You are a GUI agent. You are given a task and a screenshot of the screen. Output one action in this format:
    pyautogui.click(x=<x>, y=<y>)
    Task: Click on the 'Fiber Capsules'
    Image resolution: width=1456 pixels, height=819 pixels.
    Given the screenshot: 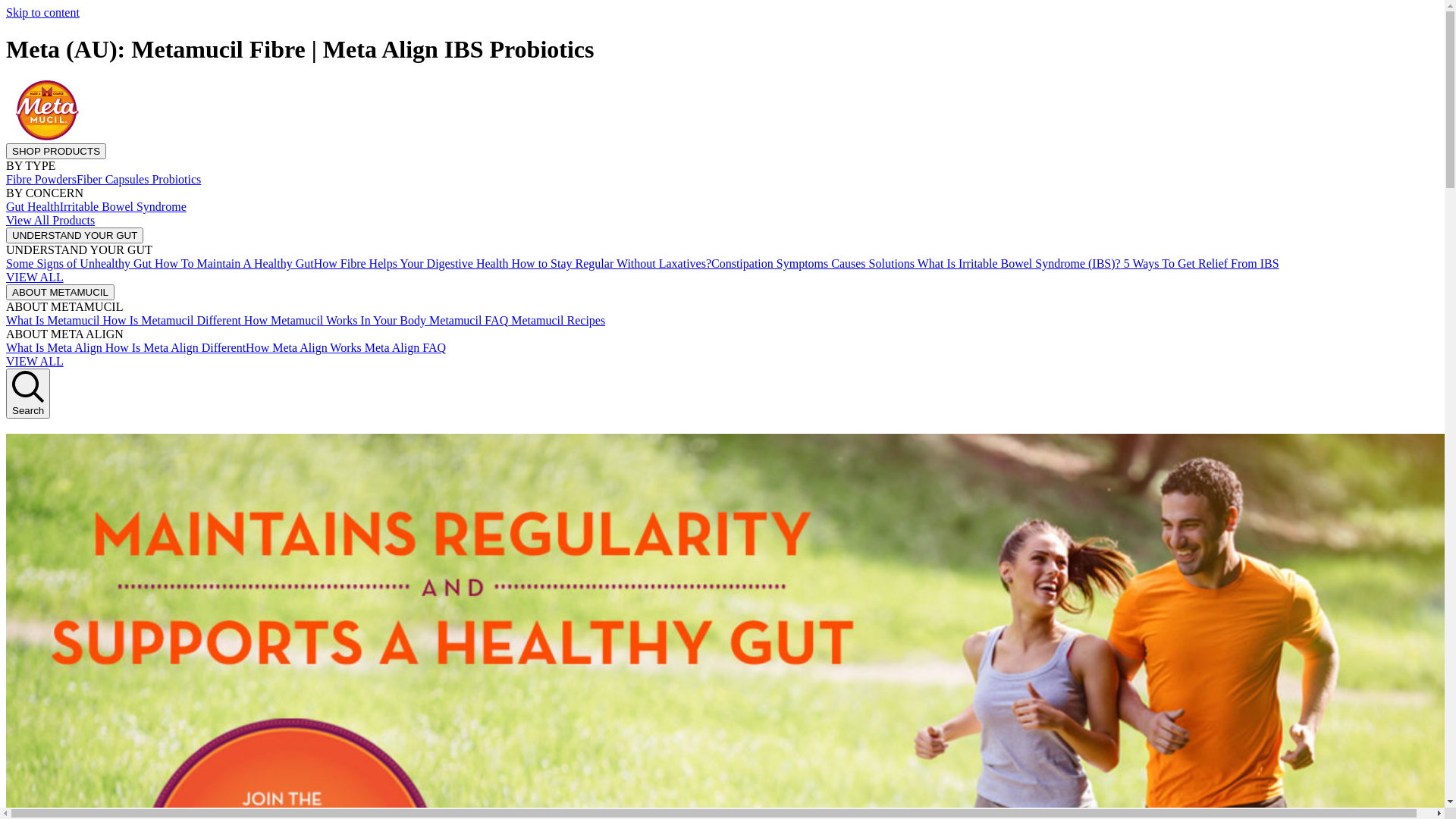 What is the action you would take?
    pyautogui.click(x=75, y=178)
    